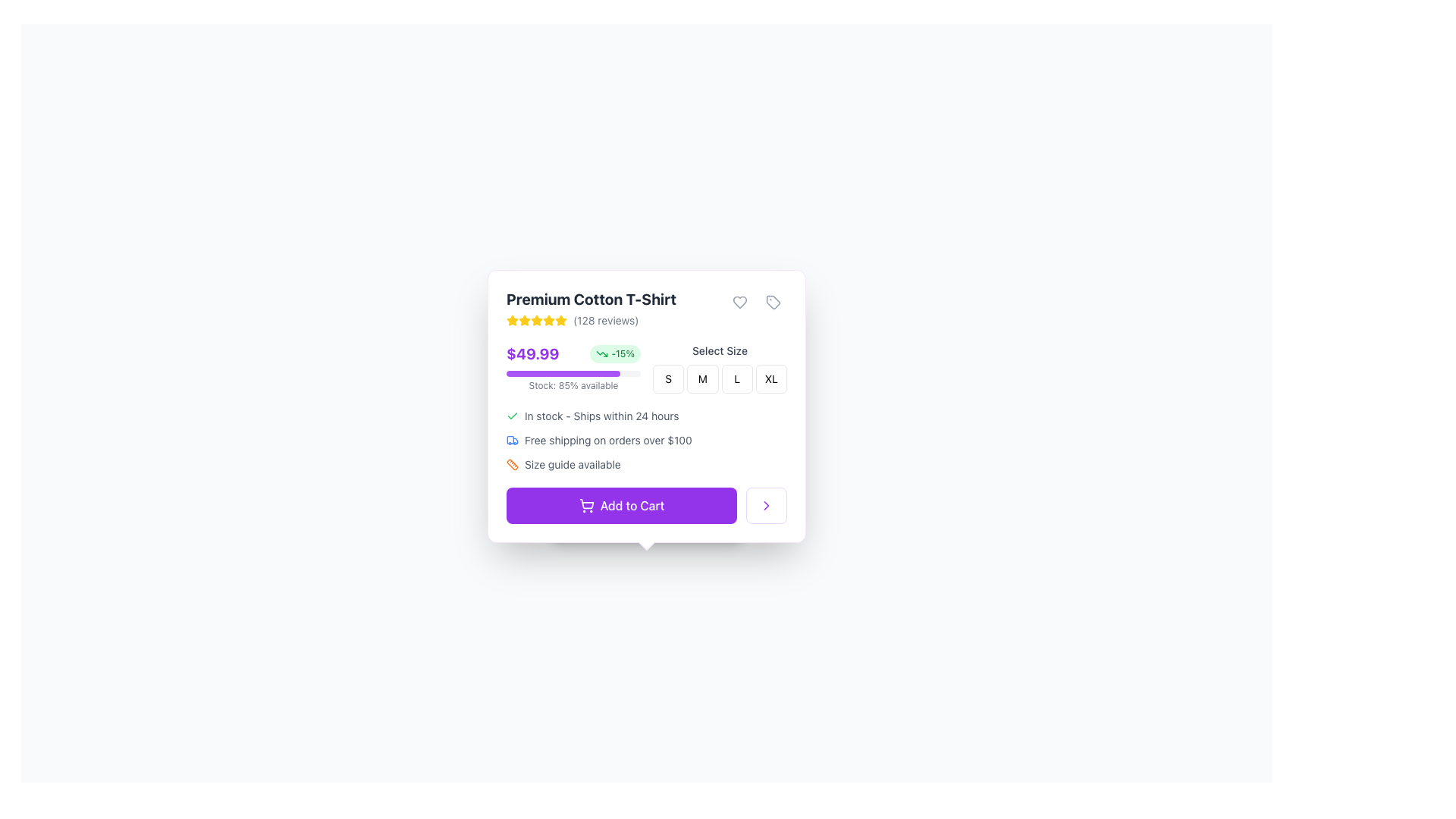 This screenshot has width=1456, height=819. I want to click on text displayed in the bold title 'Premium Cotton T-Shirt' located at the top of the product detail card, above the star rating and review count section, so click(590, 299).